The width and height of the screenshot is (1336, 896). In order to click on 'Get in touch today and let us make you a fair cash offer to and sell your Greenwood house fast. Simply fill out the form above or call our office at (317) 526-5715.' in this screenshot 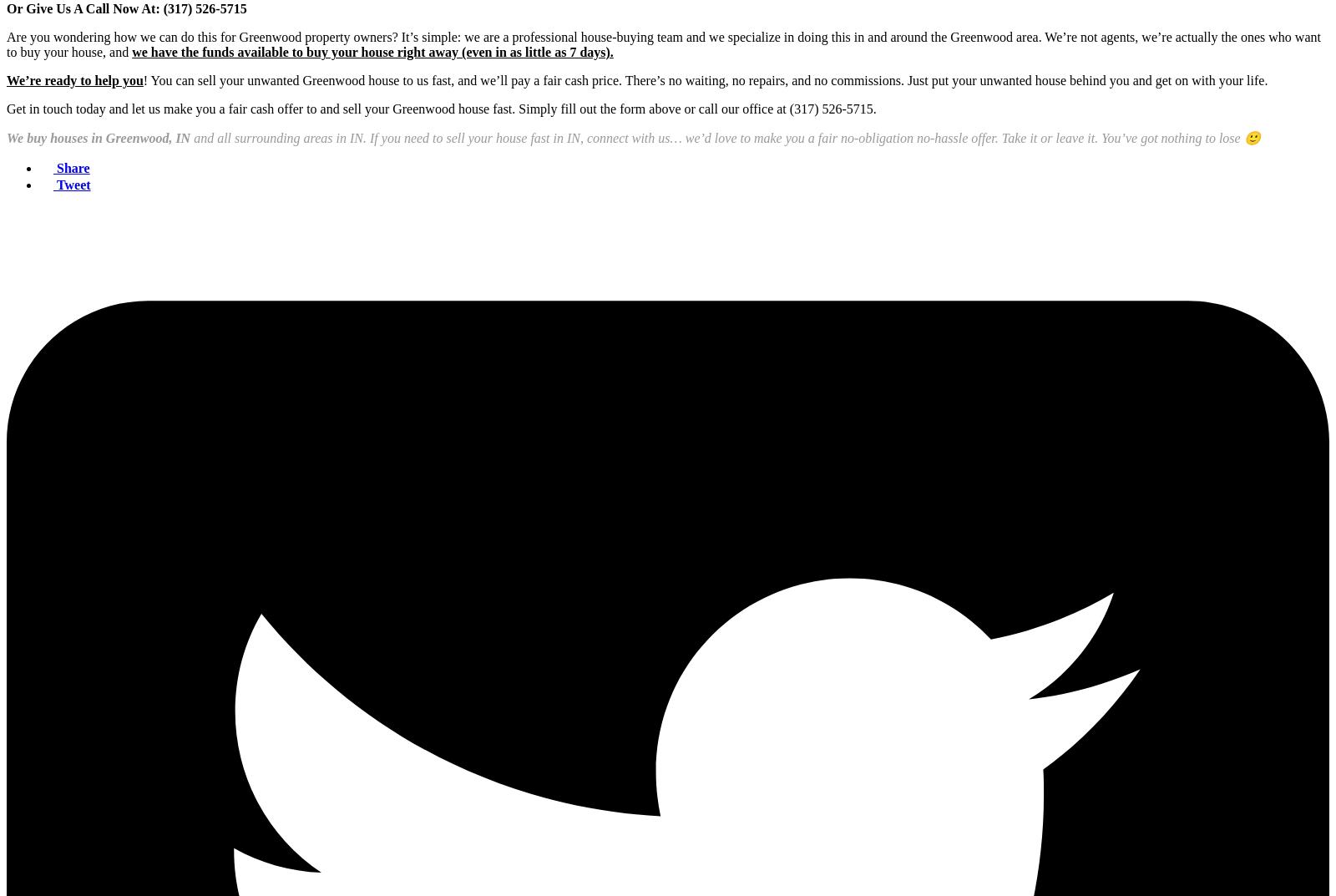, I will do `click(440, 108)`.